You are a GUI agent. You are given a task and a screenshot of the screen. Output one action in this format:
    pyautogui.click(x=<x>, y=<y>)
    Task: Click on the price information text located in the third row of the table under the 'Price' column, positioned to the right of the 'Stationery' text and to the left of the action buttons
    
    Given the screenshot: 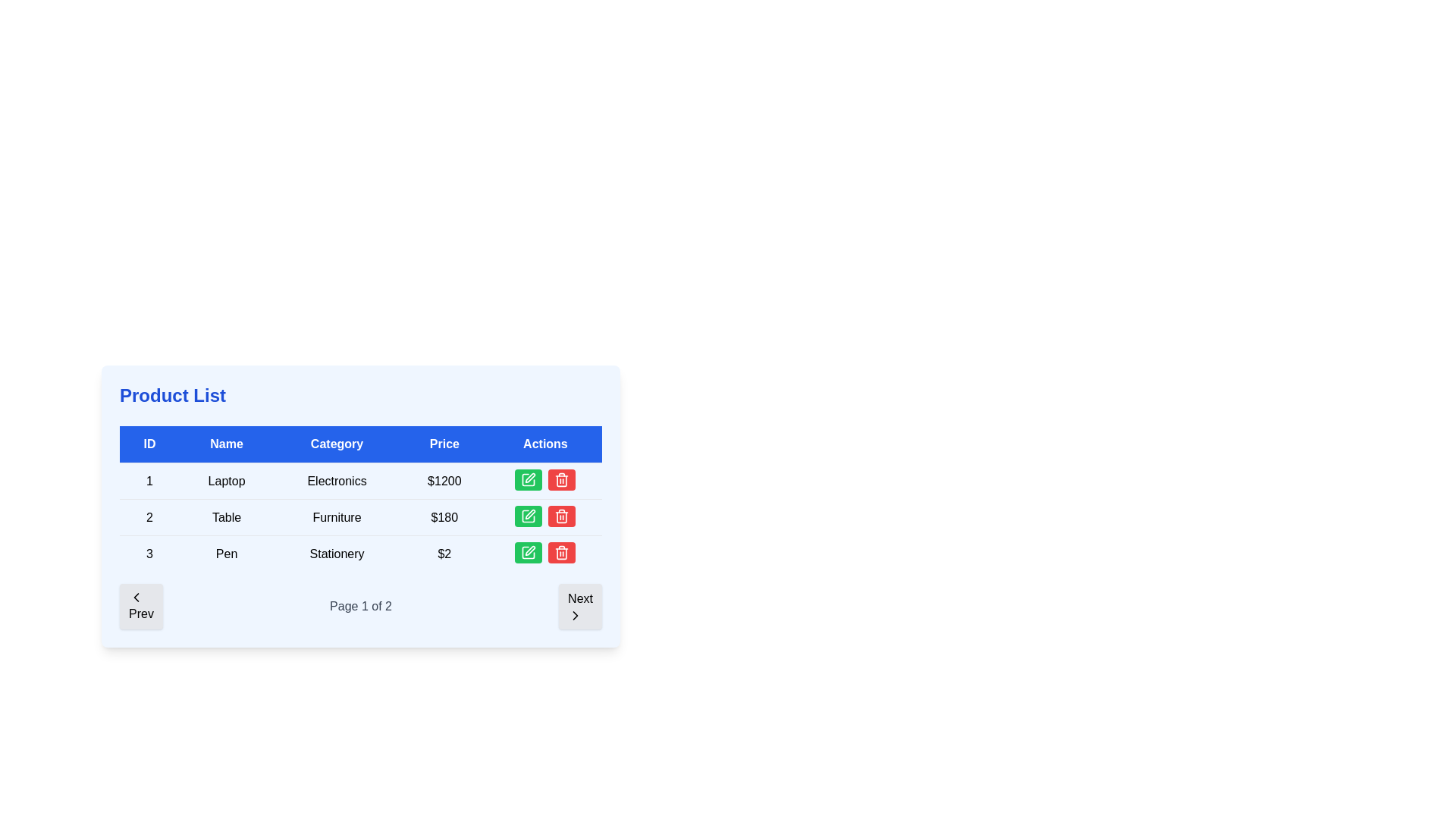 What is the action you would take?
    pyautogui.click(x=444, y=554)
    